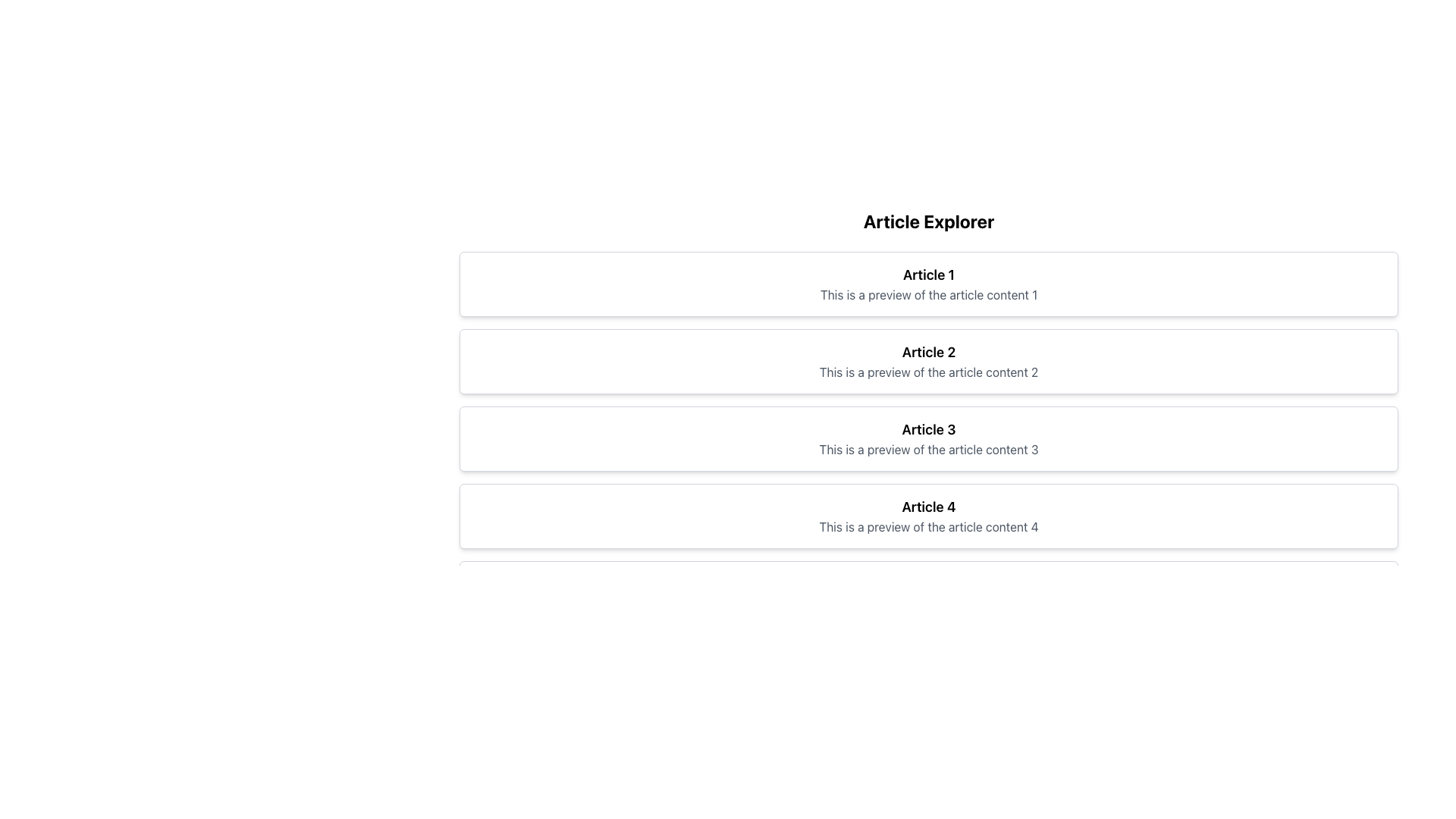 This screenshot has height=819, width=1456. I want to click on text content of the Informative Card displaying the article titled 'Article 3', which is the third card in the vertical stack of articles, so click(927, 438).